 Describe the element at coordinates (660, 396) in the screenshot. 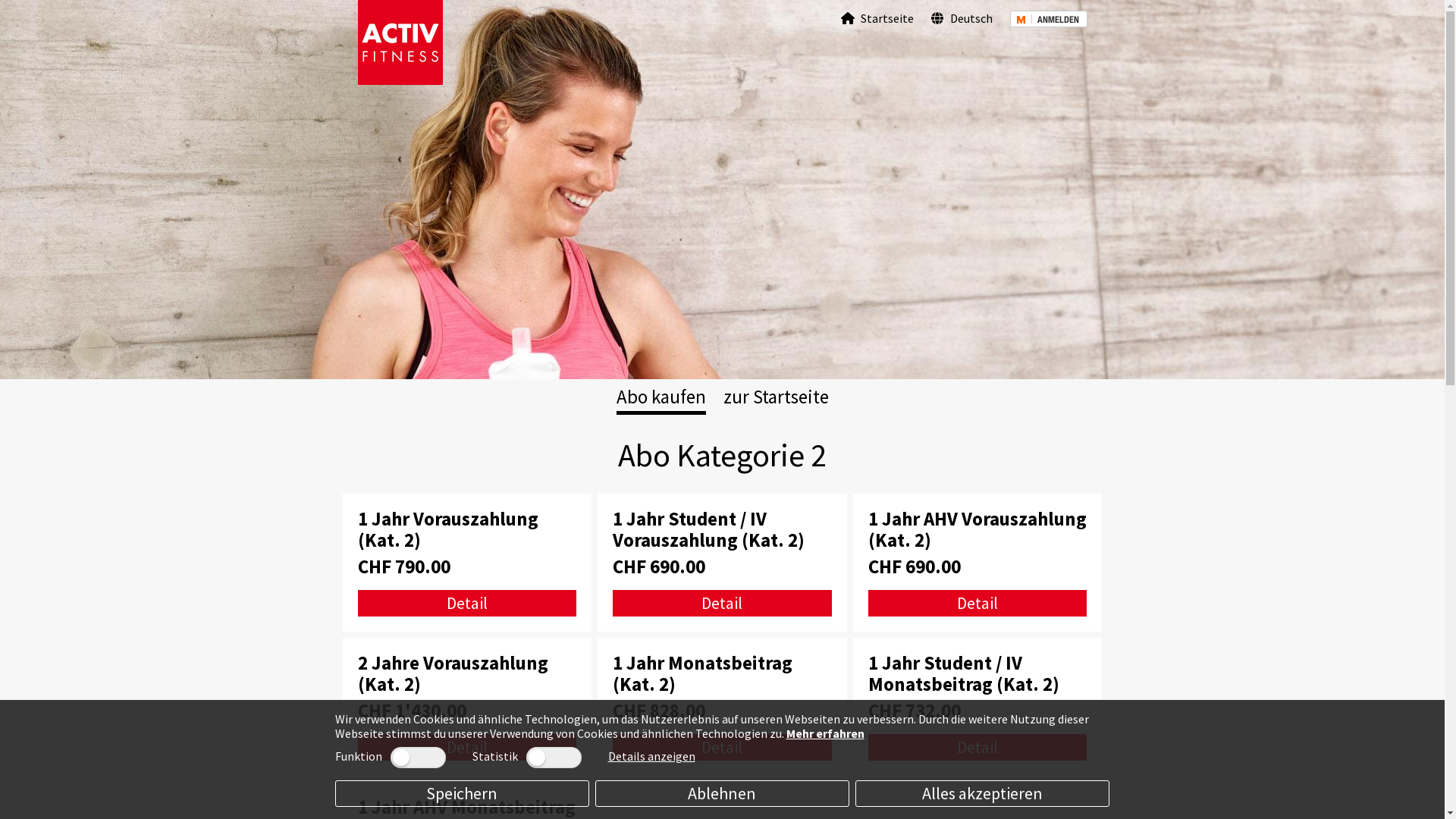

I see `'Abo kaufen'` at that location.